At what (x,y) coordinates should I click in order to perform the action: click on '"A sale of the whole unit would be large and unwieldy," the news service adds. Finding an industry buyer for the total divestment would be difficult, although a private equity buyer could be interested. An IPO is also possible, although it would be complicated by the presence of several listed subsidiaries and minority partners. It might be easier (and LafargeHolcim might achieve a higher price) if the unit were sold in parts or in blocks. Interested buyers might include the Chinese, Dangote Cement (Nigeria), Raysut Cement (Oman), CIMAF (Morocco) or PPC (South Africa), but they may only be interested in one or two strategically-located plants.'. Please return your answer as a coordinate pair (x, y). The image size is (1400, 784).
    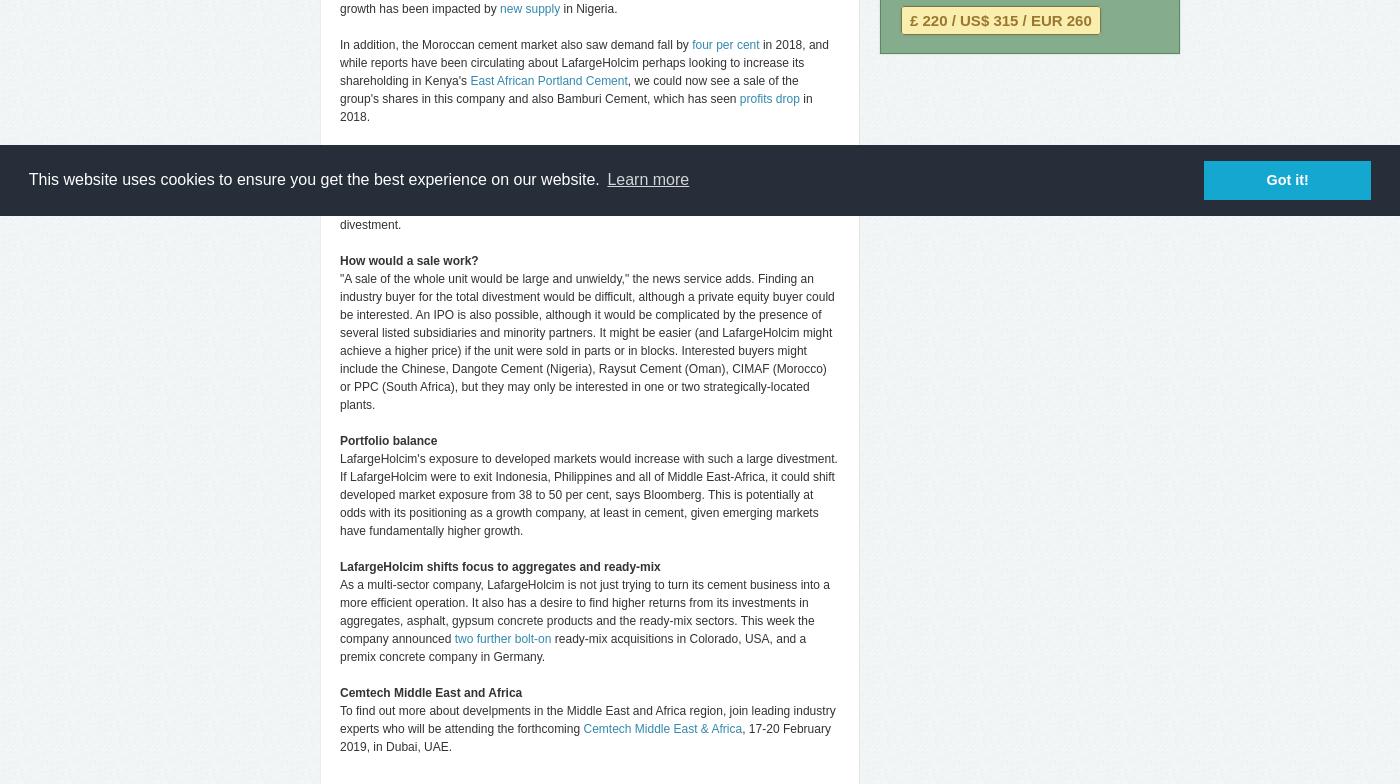
    Looking at the image, I should click on (587, 341).